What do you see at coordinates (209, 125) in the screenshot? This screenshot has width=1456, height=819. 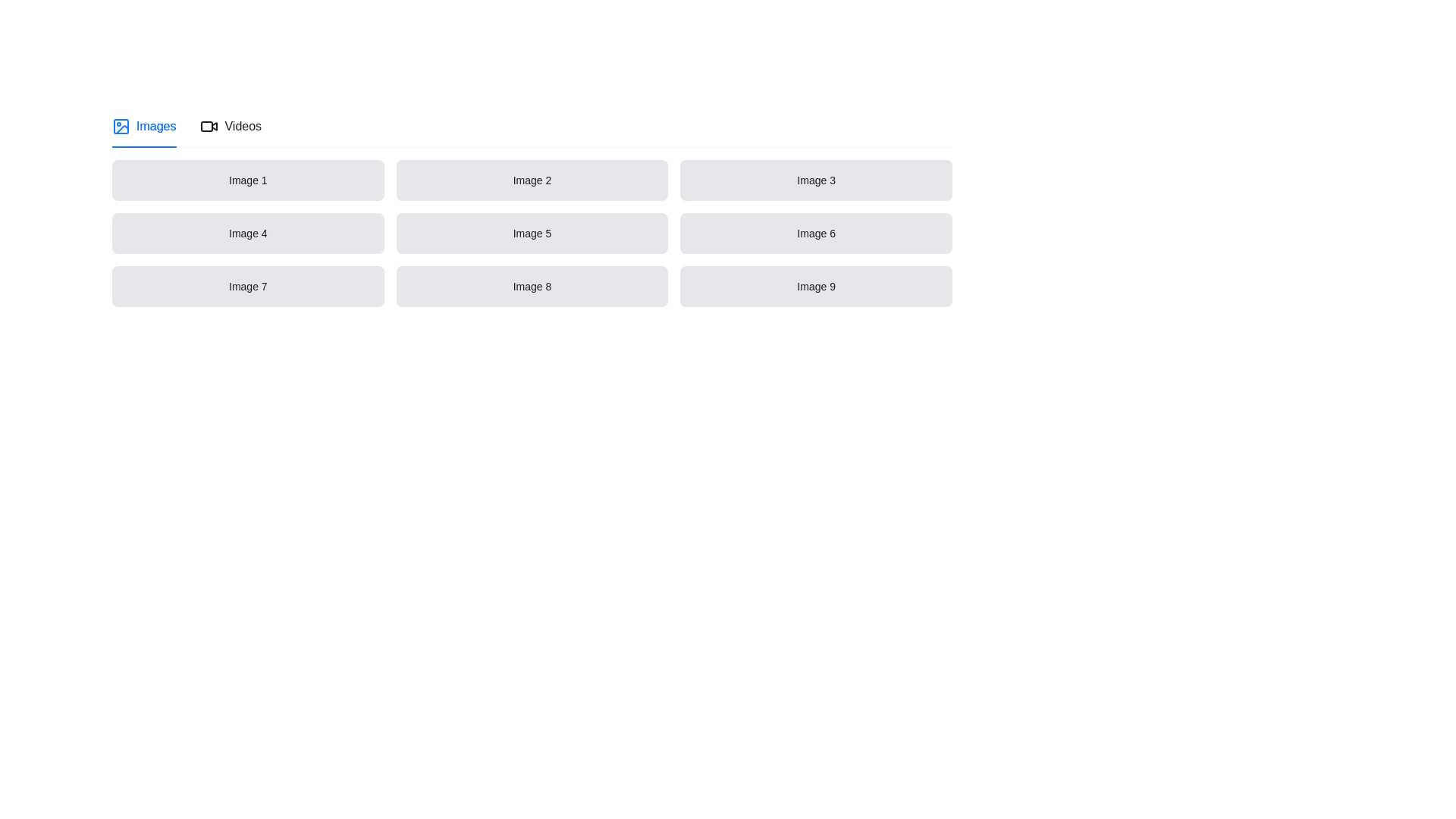 I see `the simplified video camera icon in line-art style located in the header section` at bounding box center [209, 125].